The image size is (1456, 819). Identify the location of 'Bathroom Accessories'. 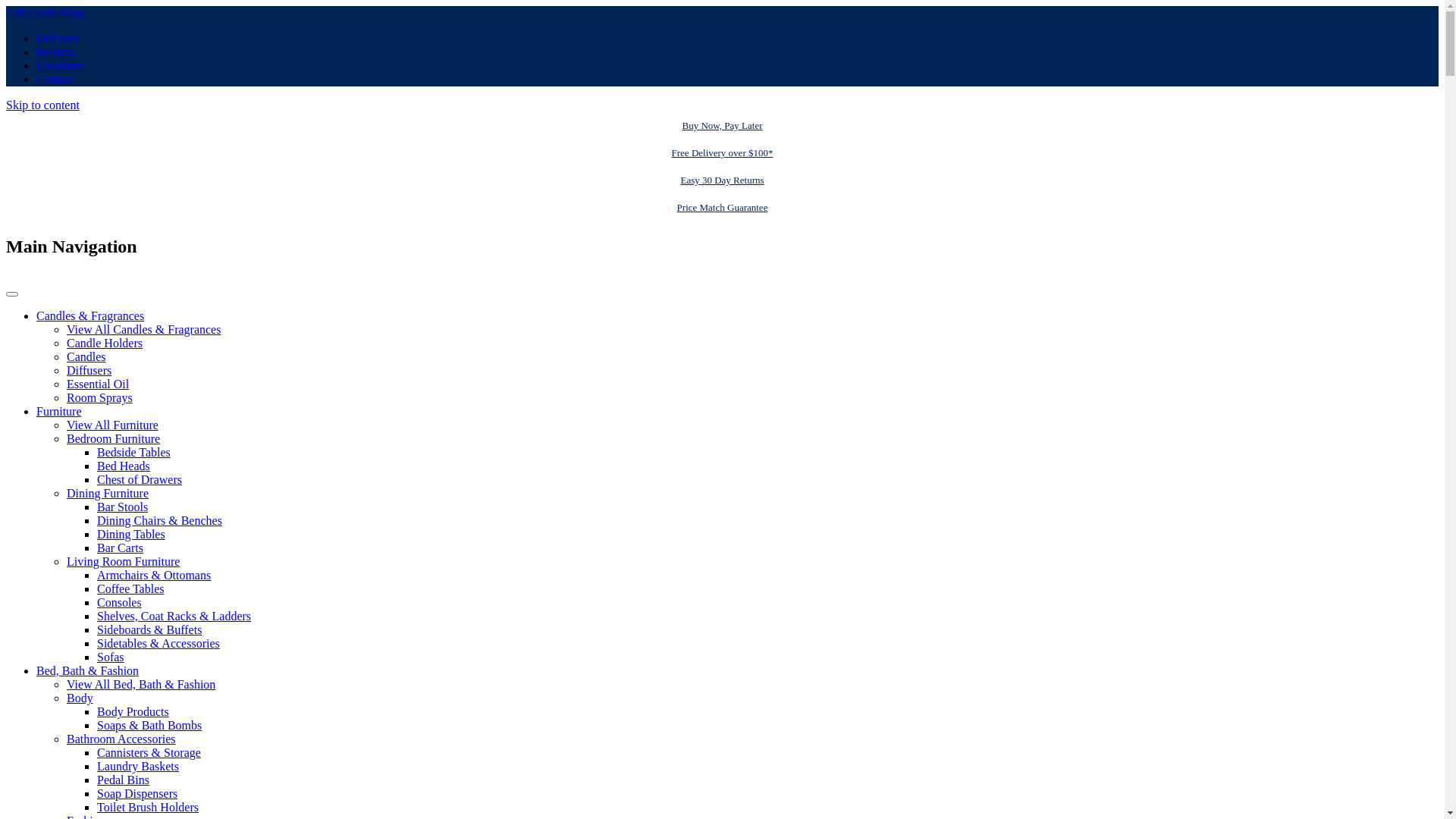
(120, 738).